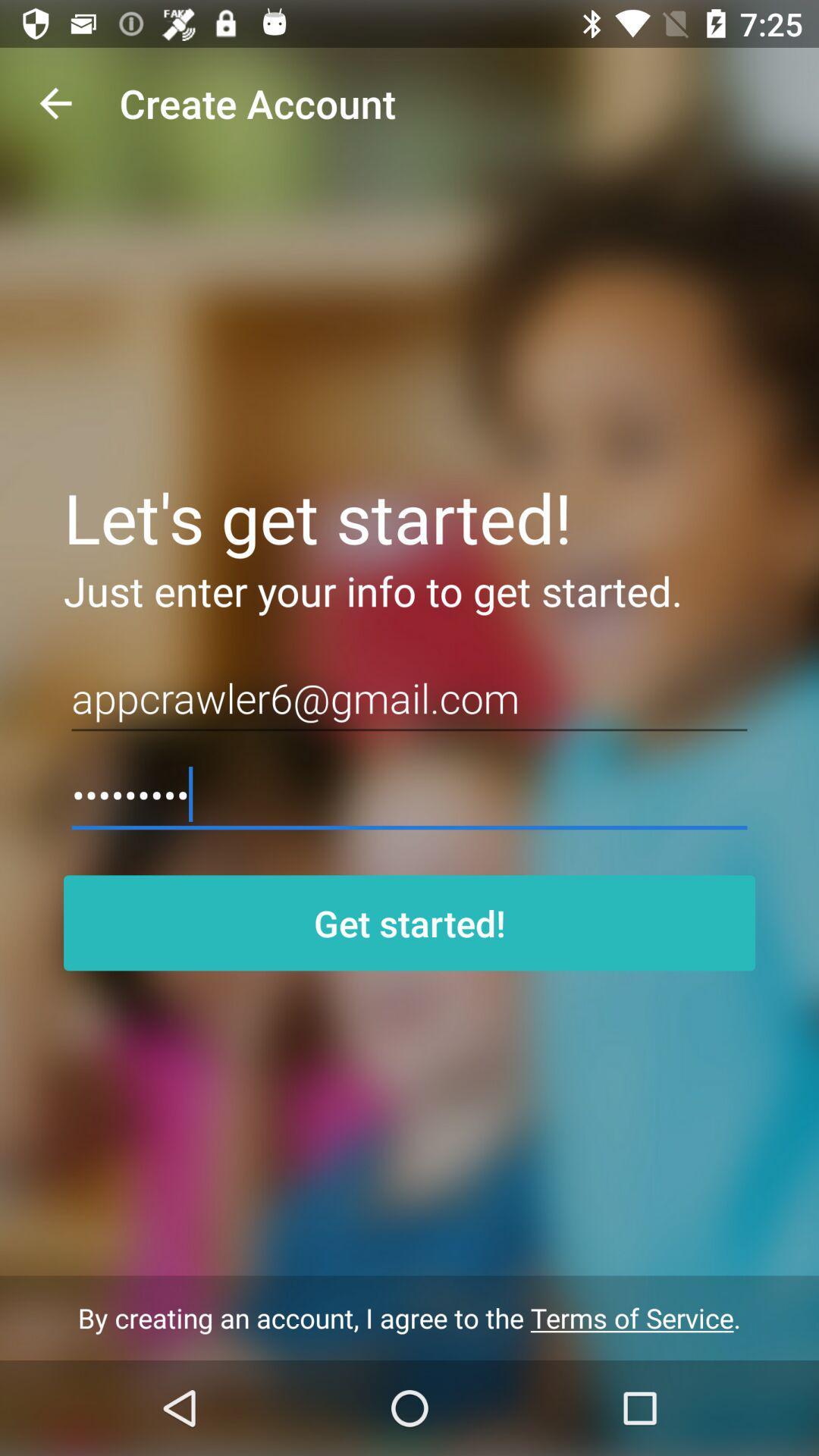 The height and width of the screenshot is (1456, 819). I want to click on icon below get started!, so click(409, 1317).